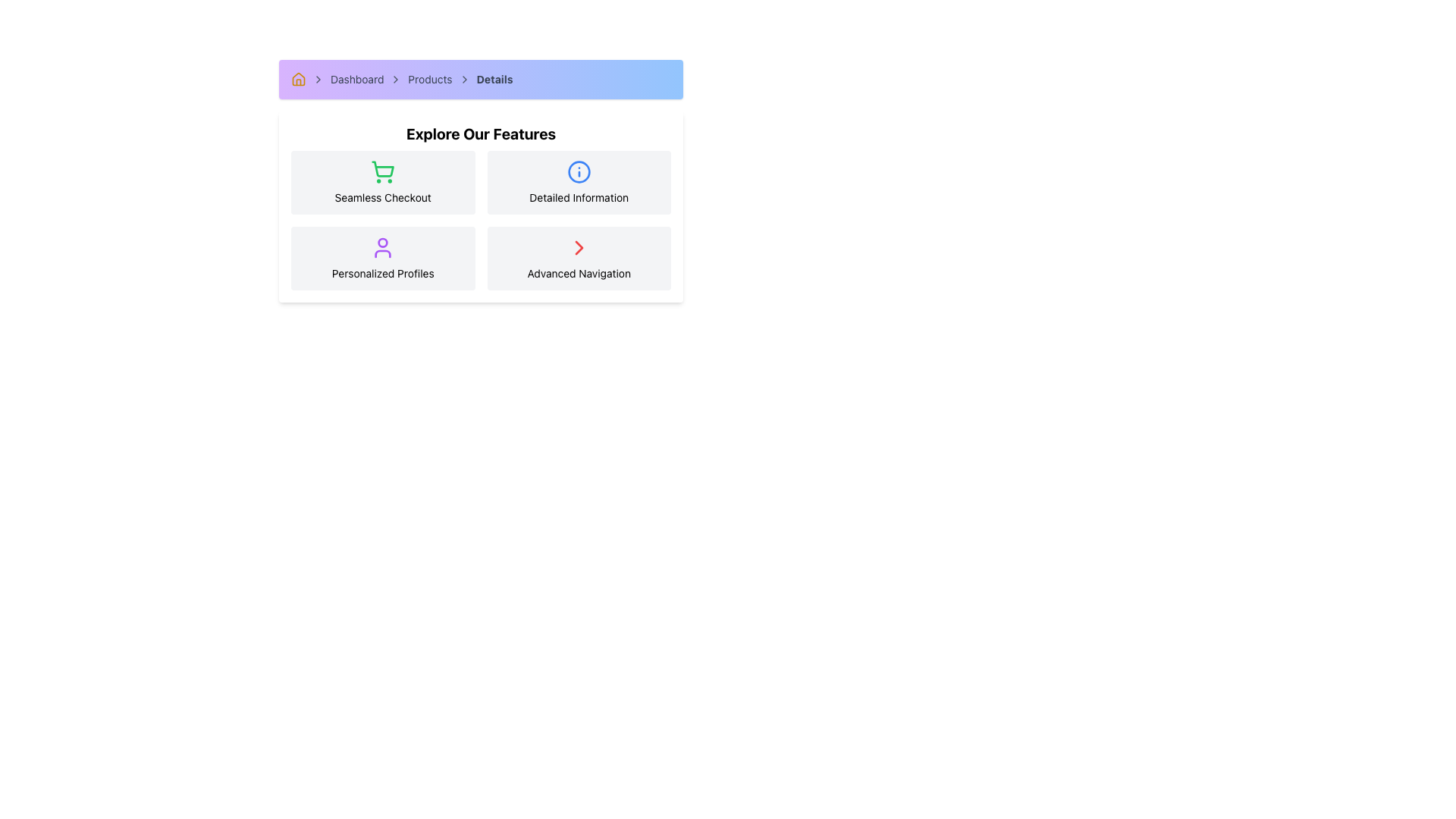 The width and height of the screenshot is (1456, 819). I want to click on the chevron icon that visually separates the breadcrumb items between 'Dashboard' and 'Products' in the breadcrumb navigation bar, so click(318, 79).